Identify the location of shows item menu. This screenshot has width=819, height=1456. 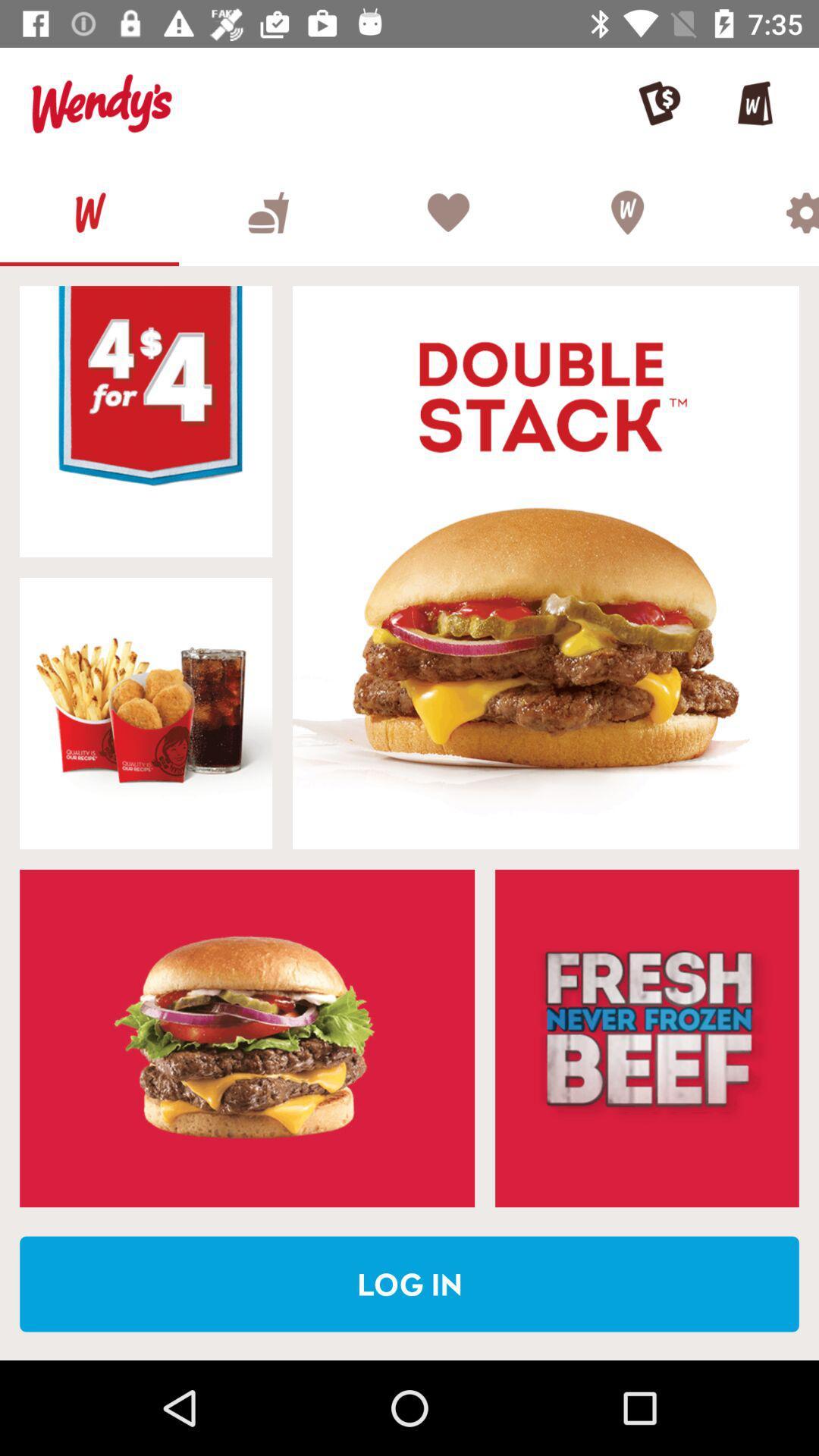
(246, 1037).